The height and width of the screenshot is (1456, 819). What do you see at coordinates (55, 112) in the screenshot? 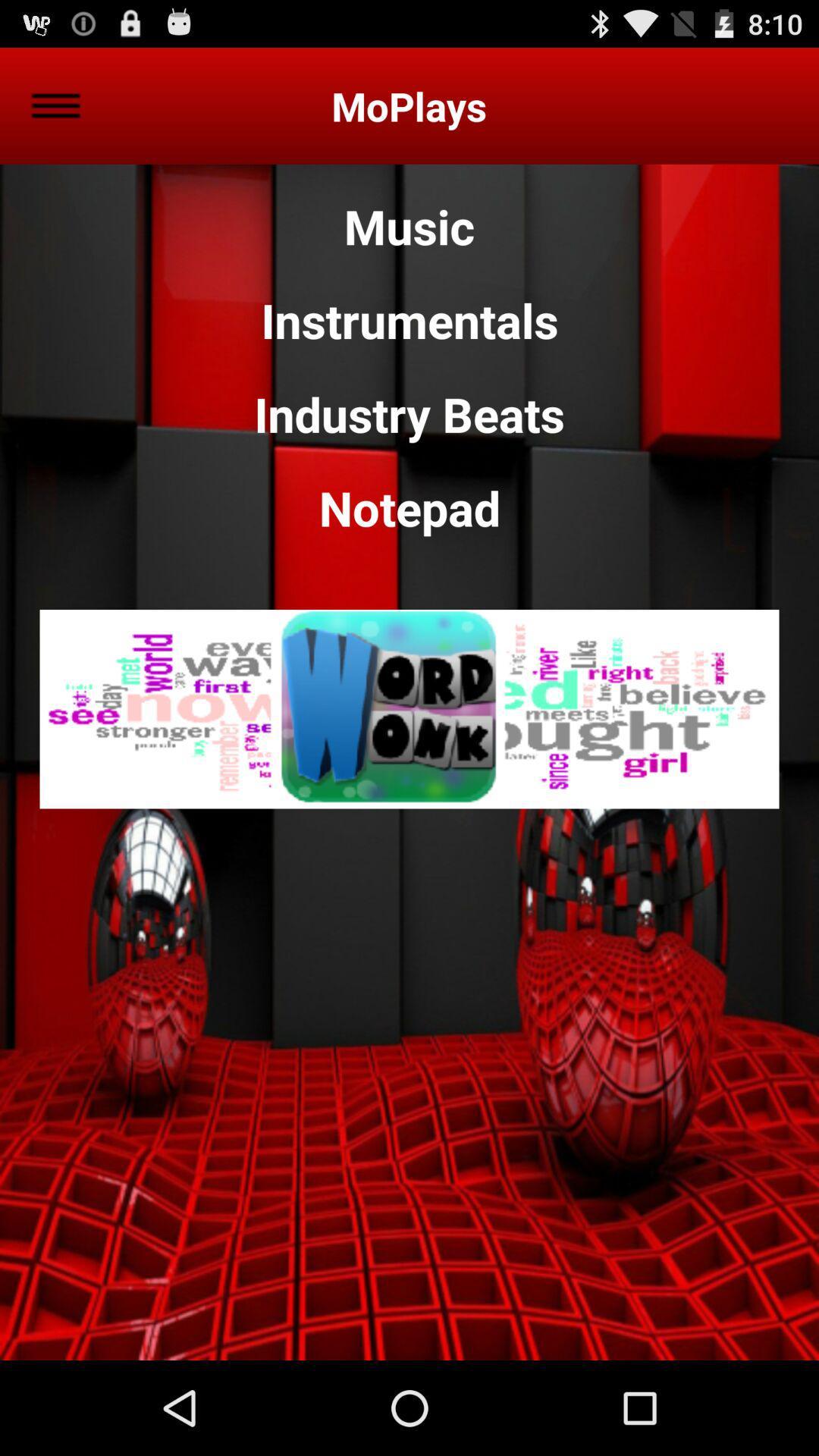
I see `the menu icon` at bounding box center [55, 112].